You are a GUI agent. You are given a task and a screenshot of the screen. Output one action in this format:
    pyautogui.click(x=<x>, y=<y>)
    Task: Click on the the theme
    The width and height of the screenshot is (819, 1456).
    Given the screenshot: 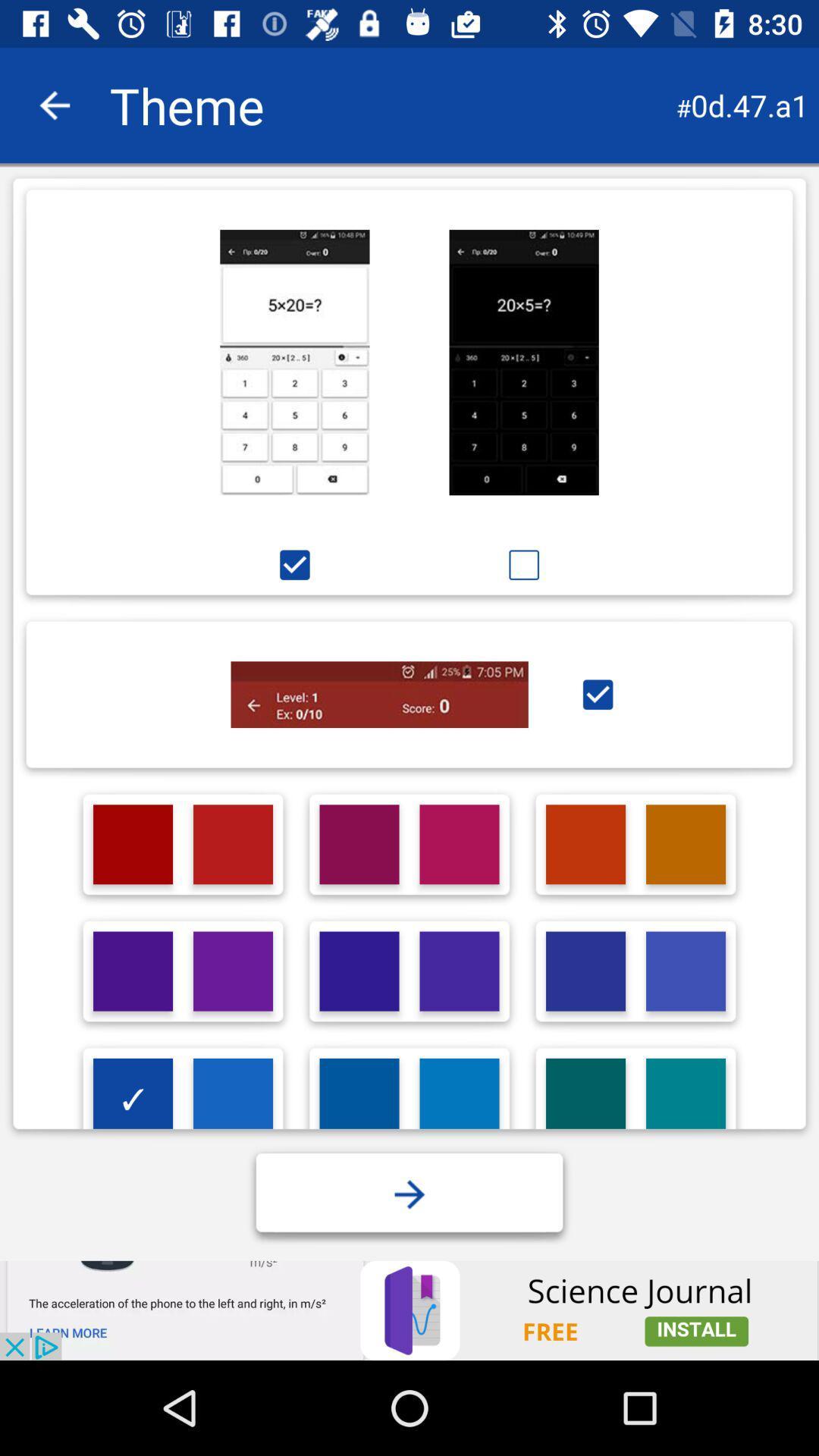 What is the action you would take?
    pyautogui.click(x=458, y=843)
    